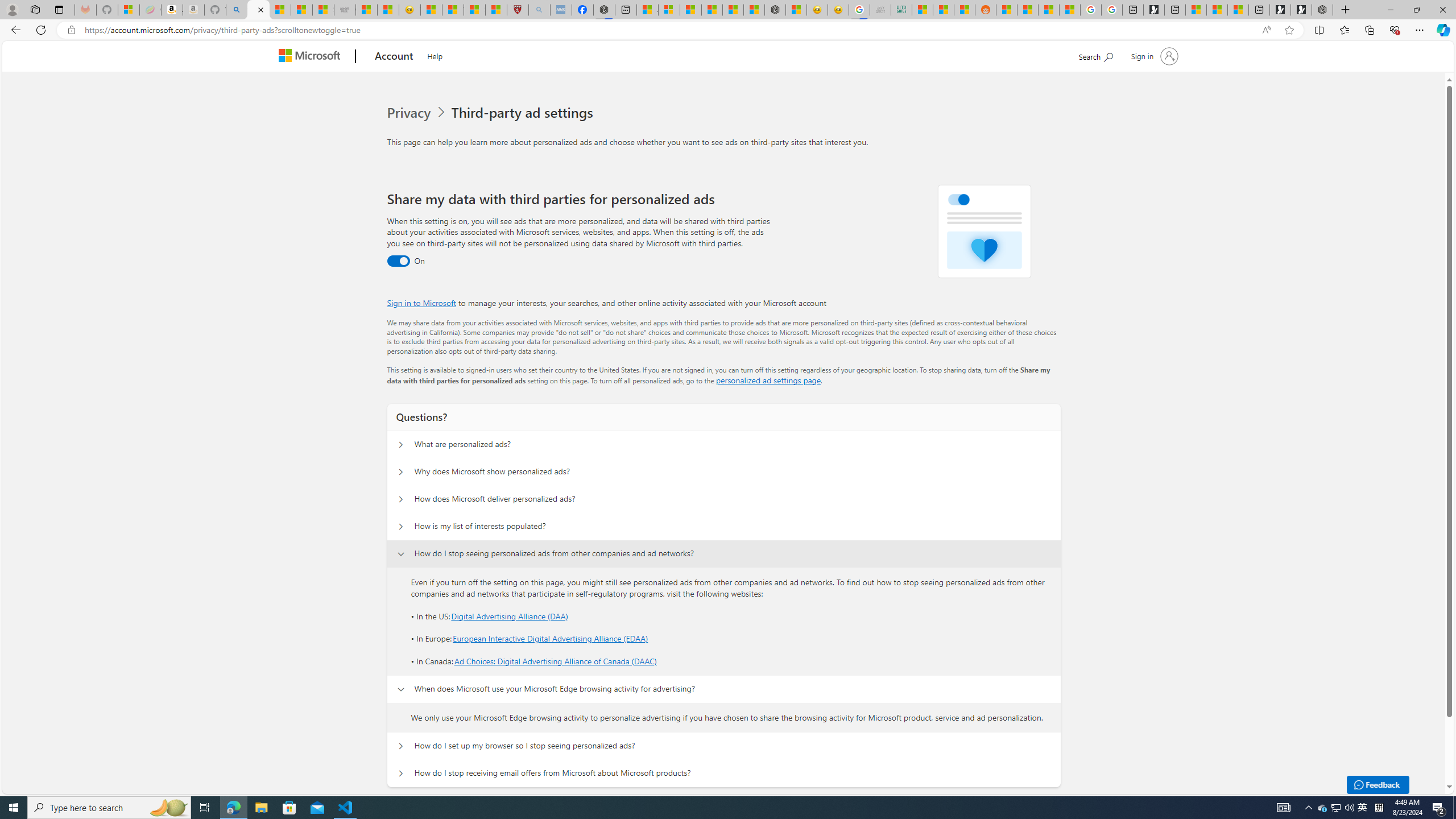 The width and height of the screenshot is (1456, 819). What do you see at coordinates (879, 9) in the screenshot?
I see `'Navy Quest'` at bounding box center [879, 9].